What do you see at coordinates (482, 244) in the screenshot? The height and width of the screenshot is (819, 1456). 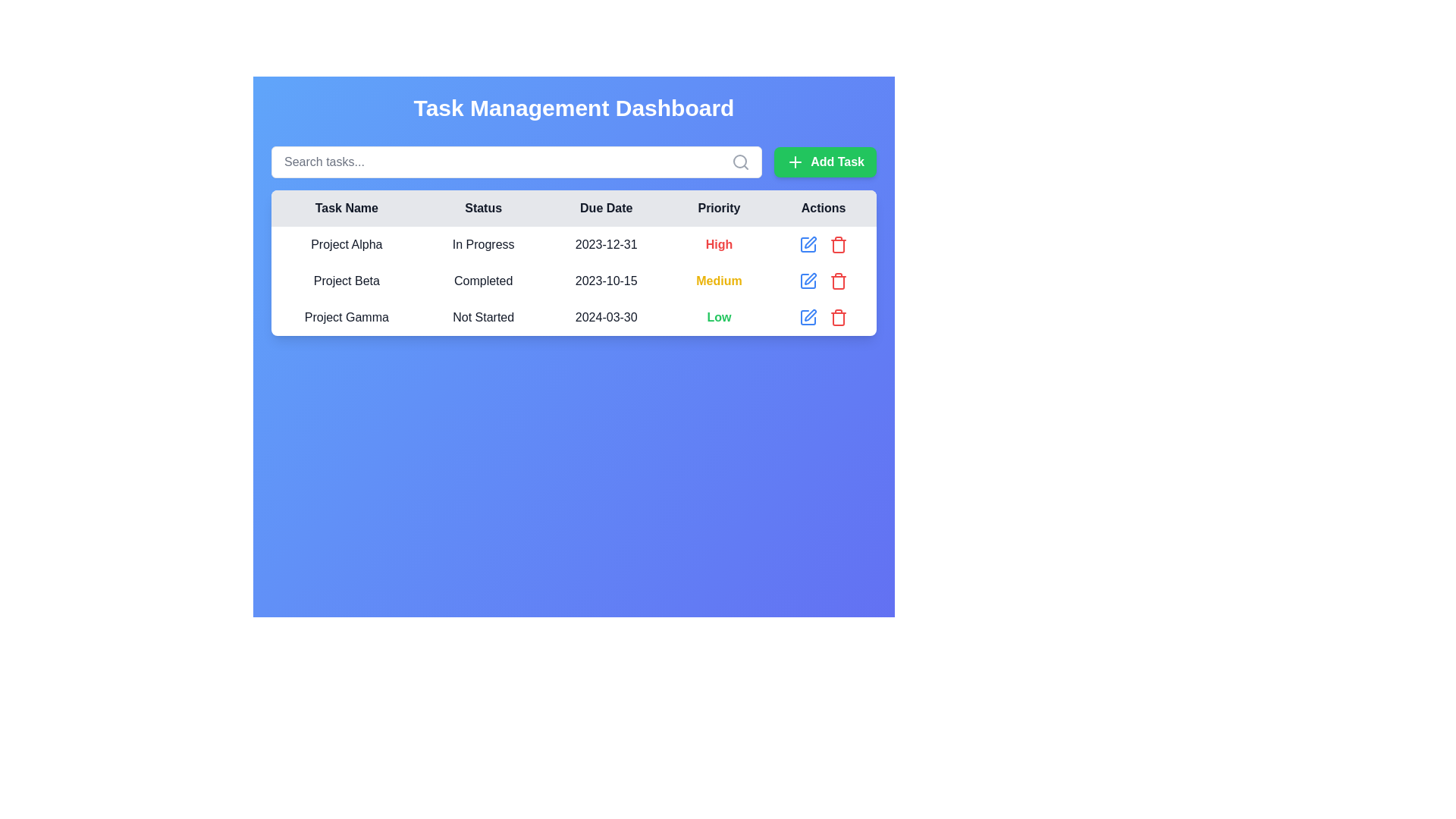 I see `the 'In Progress' text label, which is centered in the second column of the 'Project Alpha' row in the table` at bounding box center [482, 244].